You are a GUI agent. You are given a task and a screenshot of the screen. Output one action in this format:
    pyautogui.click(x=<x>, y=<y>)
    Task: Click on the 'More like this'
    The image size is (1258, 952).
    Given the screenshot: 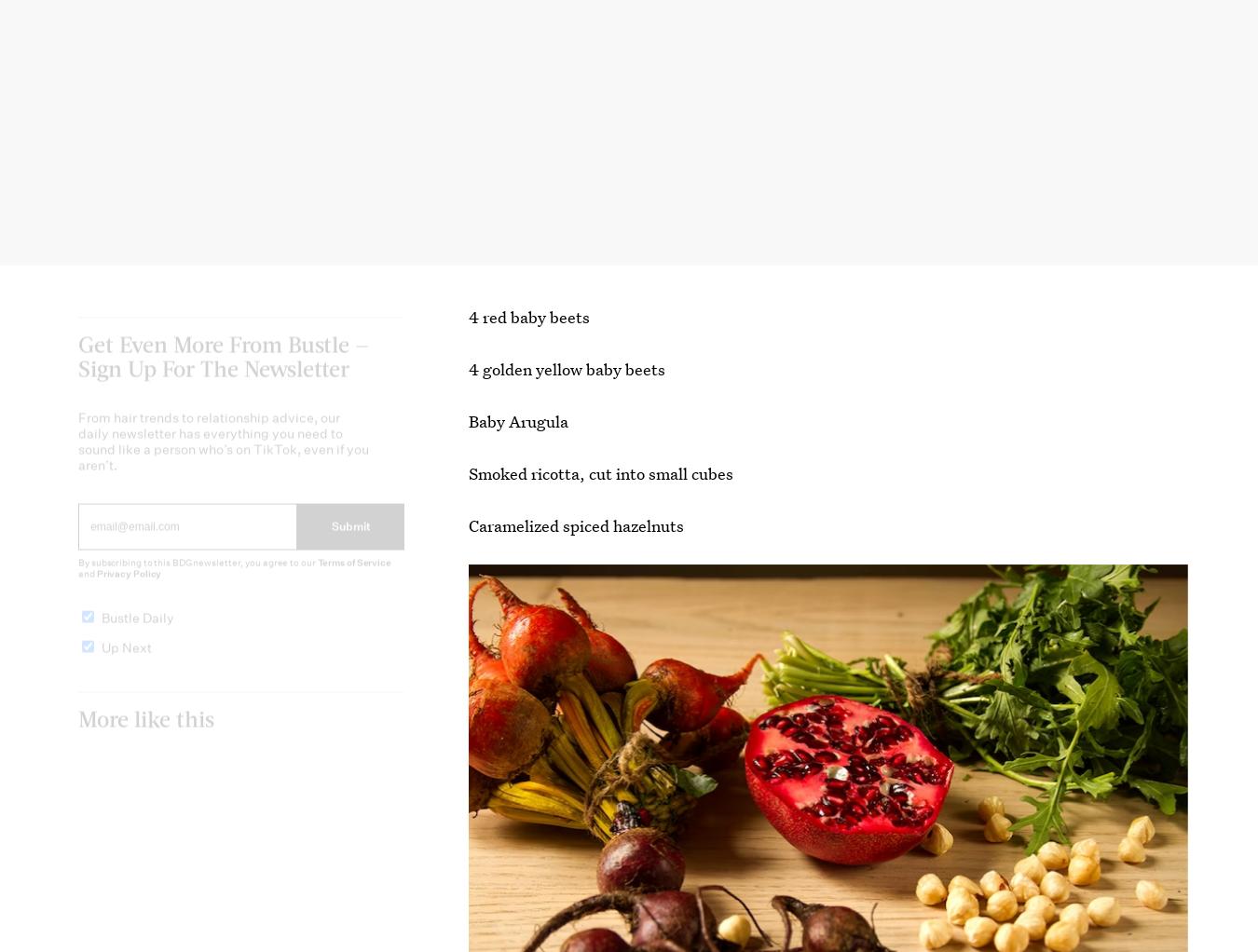 What is the action you would take?
    pyautogui.click(x=146, y=732)
    